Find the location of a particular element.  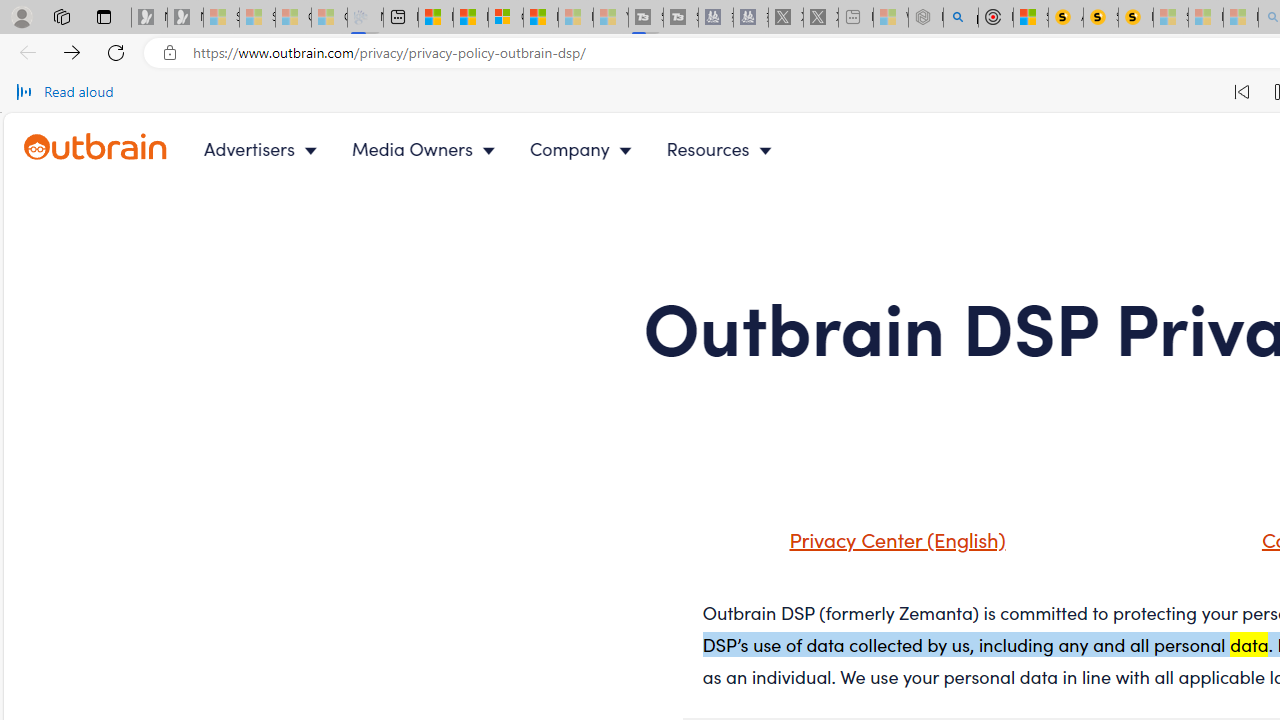

'Michelle Starr, Senior Journalist at ScienceAlert' is located at coordinates (1136, 17).